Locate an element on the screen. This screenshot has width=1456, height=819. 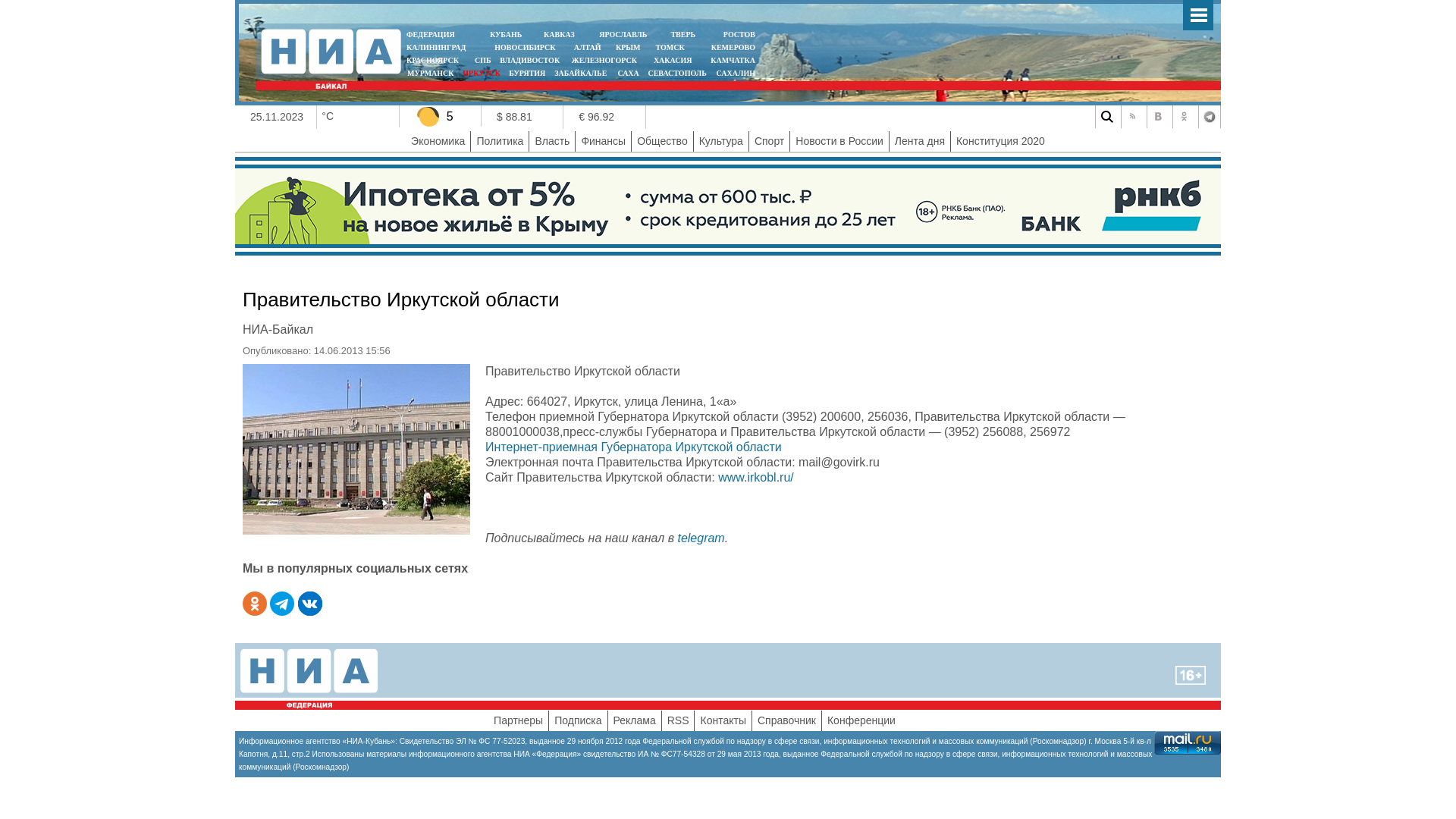
'Telegram' is located at coordinates (1208, 116).